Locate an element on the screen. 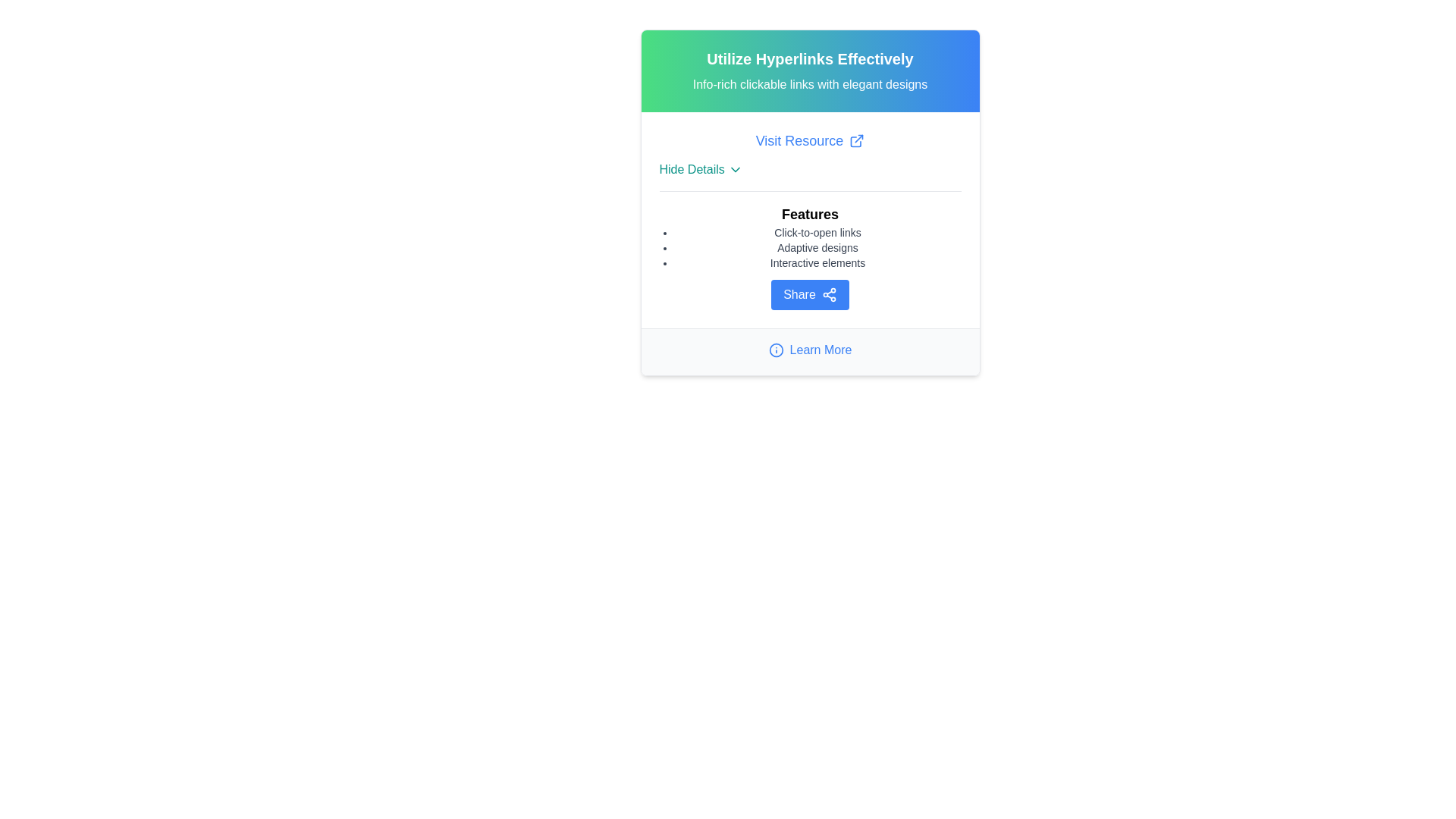  the interactive hyperlink labeled 'Learn More' with an accompanying icon, which is styled in blue and located at the bottom center of the card layout is located at coordinates (809, 351).